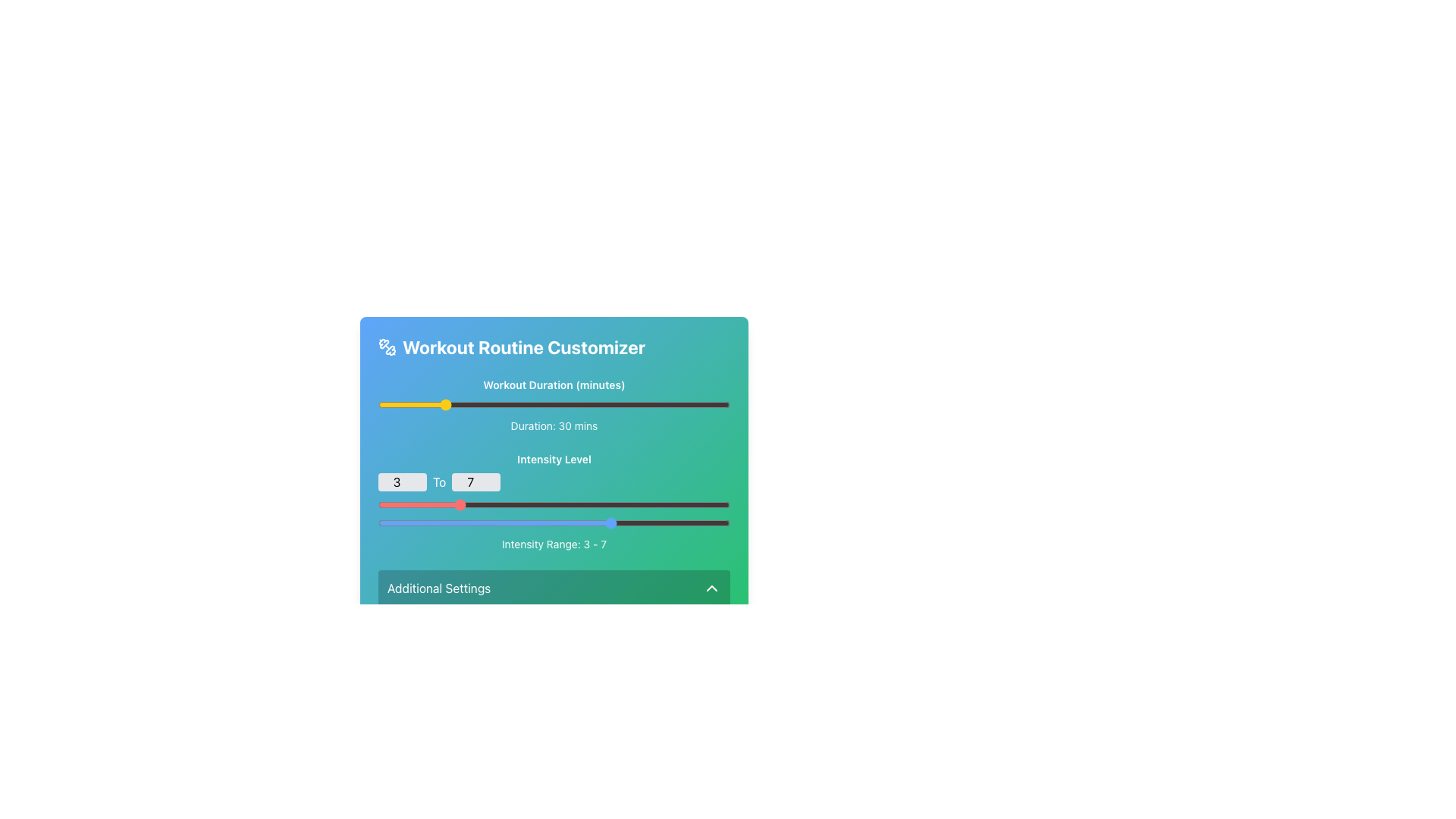 The image size is (1456, 819). I want to click on the label displaying 'Intensity Range: 3 - 7', which is located at the bottom of the panel under 'Intensity Level' section, so click(553, 543).